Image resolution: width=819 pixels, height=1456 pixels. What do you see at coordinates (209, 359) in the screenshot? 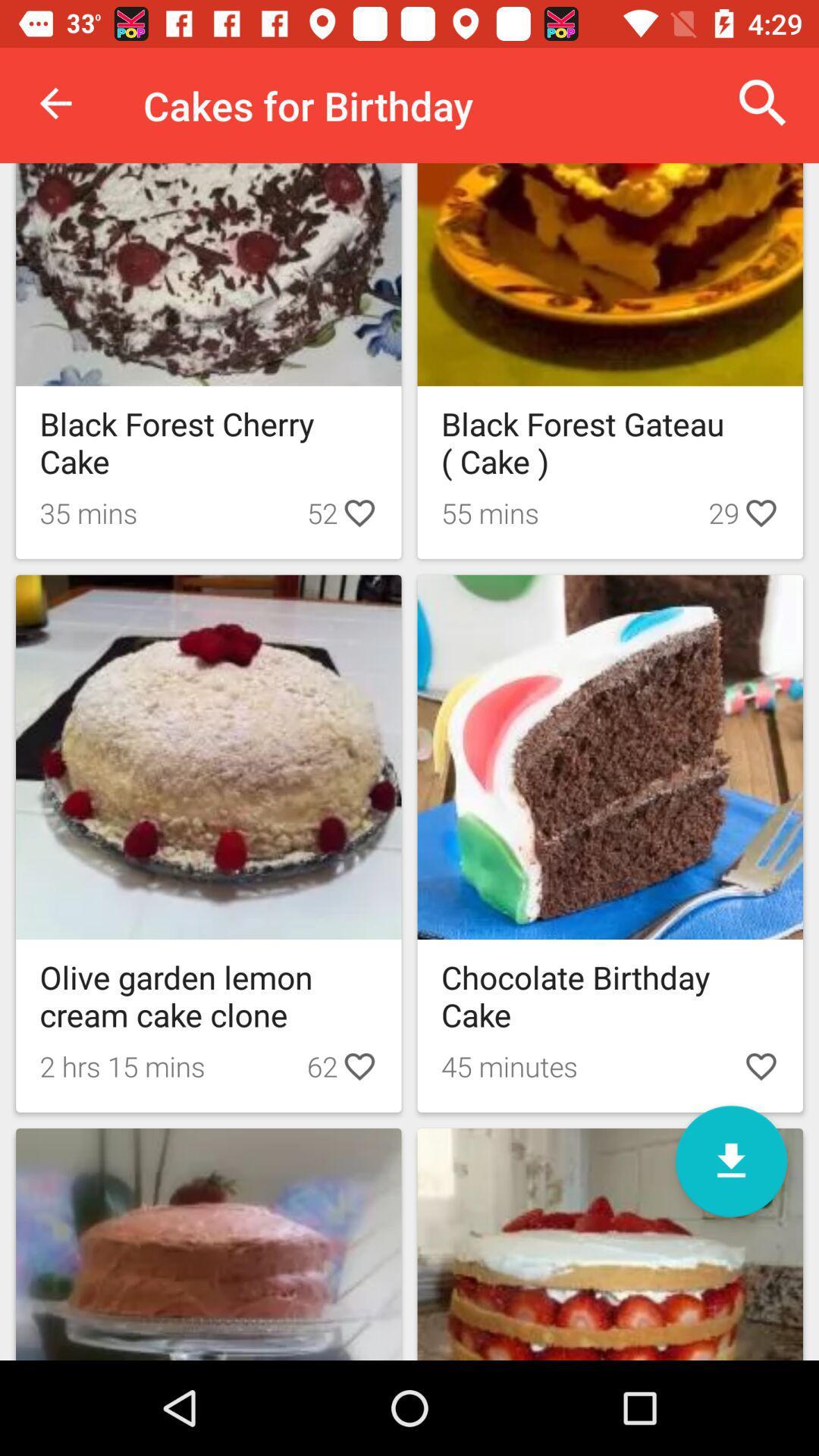
I see `the black forest cherry cake image option` at bounding box center [209, 359].